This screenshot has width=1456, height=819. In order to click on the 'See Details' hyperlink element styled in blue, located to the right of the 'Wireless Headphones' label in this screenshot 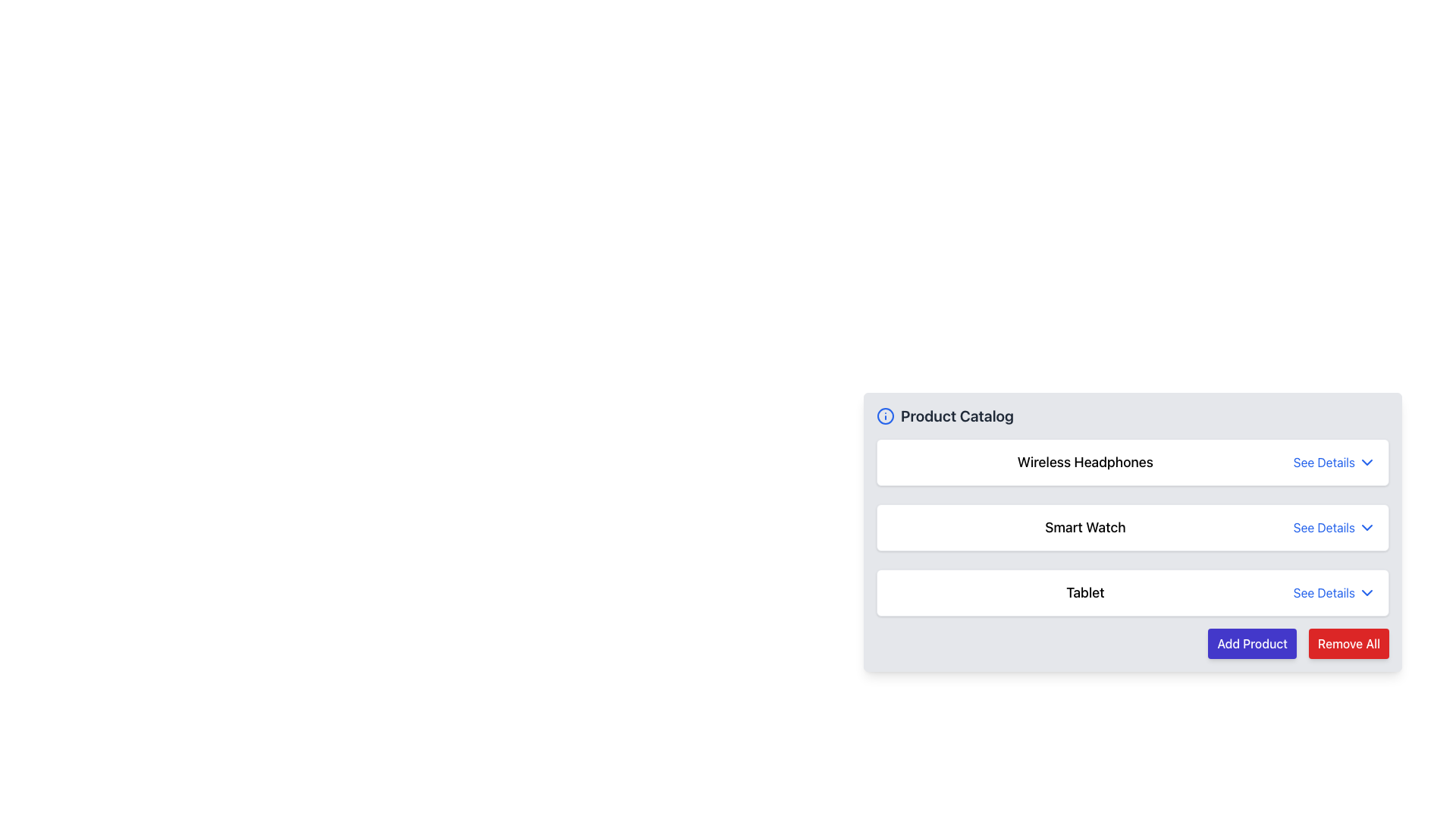, I will do `click(1335, 461)`.